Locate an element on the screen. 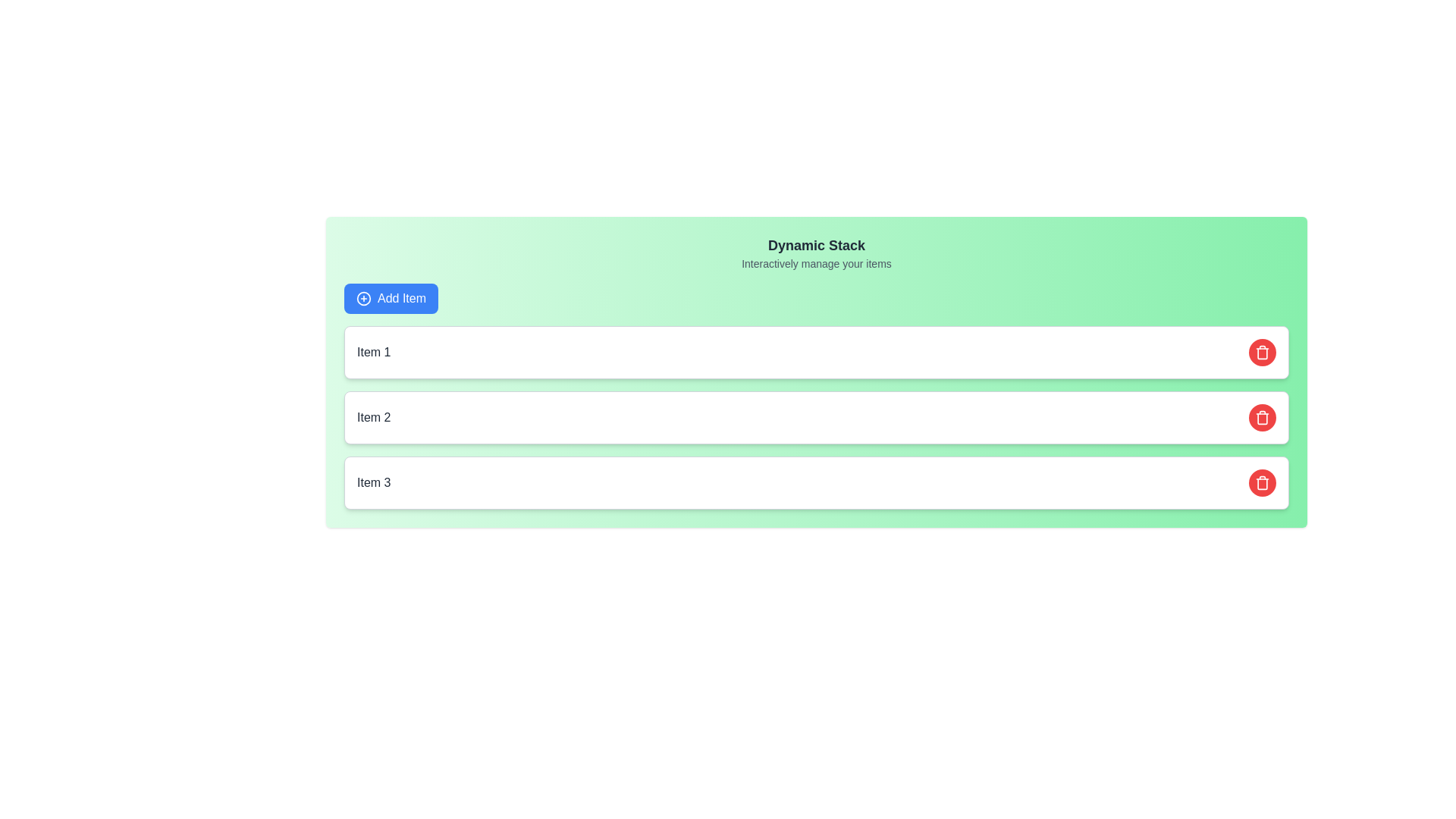  the circular red button with a trash can icon located at the far-right side of the 'Item 3' card is located at coordinates (1263, 482).